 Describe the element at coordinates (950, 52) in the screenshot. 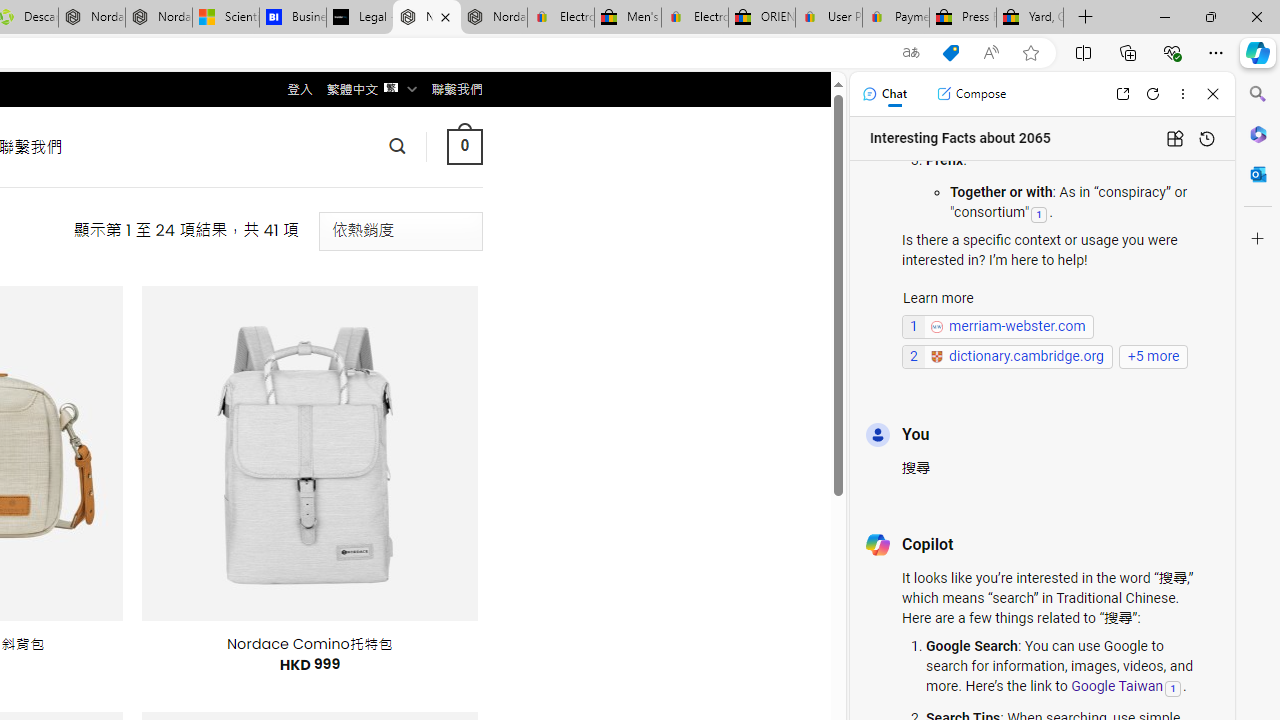

I see `'This site has coupons! Shopping in Microsoft Edge'` at that location.